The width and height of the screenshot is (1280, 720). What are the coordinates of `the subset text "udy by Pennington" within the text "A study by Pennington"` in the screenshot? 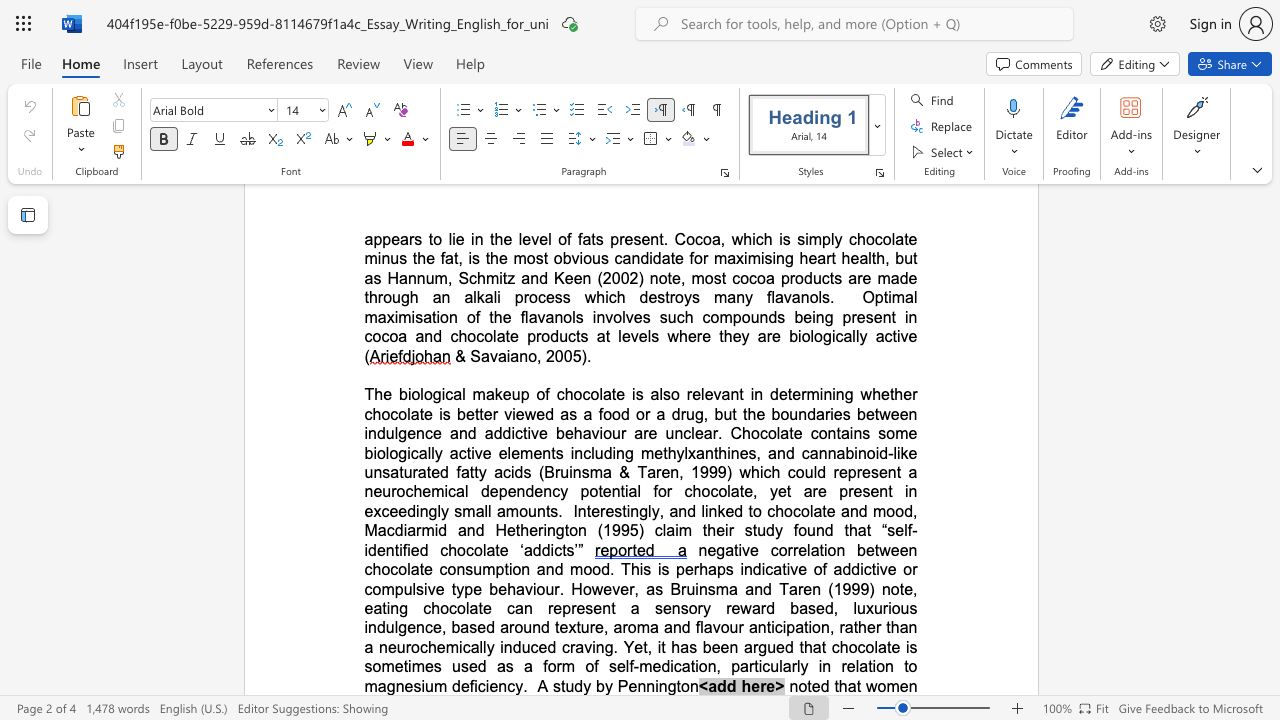 It's located at (564, 685).